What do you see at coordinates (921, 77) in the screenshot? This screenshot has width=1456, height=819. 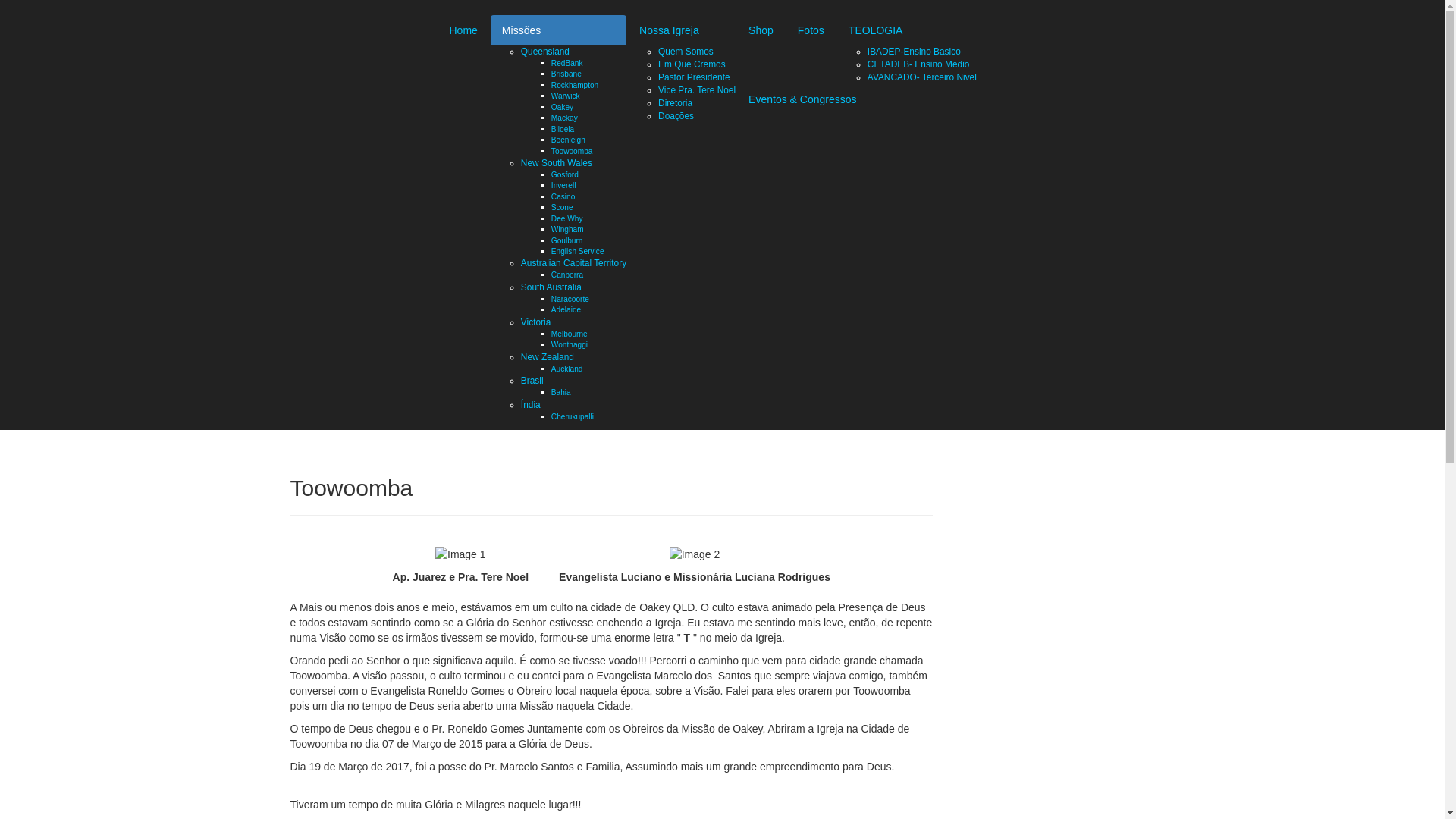 I see `'AVANCADO- Terceiro Nivel'` at bounding box center [921, 77].